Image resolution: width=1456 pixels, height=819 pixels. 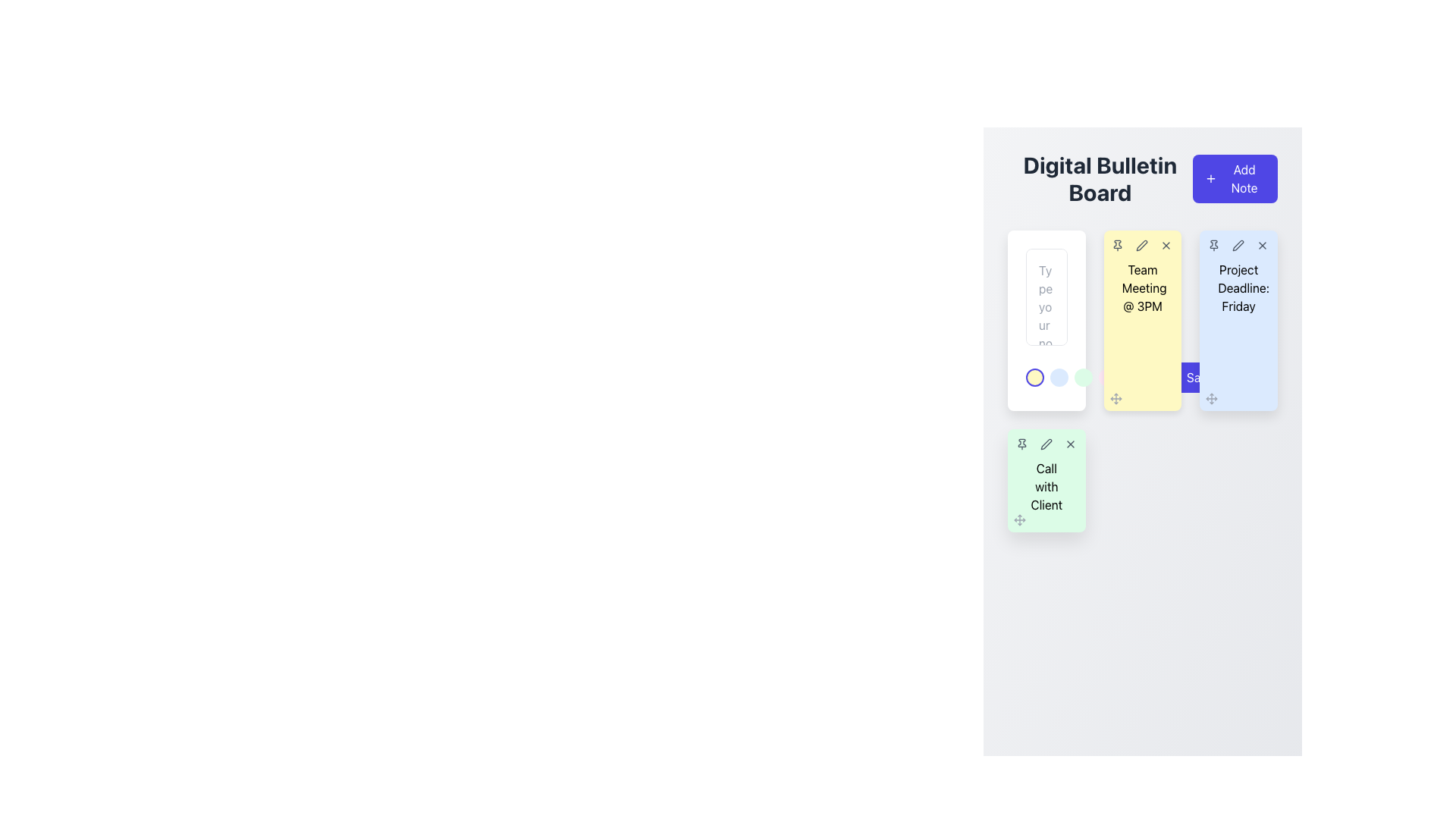 I want to click on the 'Call with Client' task card located in the third row of the grid, which is the leftmost card on this row, so click(x=1046, y=480).